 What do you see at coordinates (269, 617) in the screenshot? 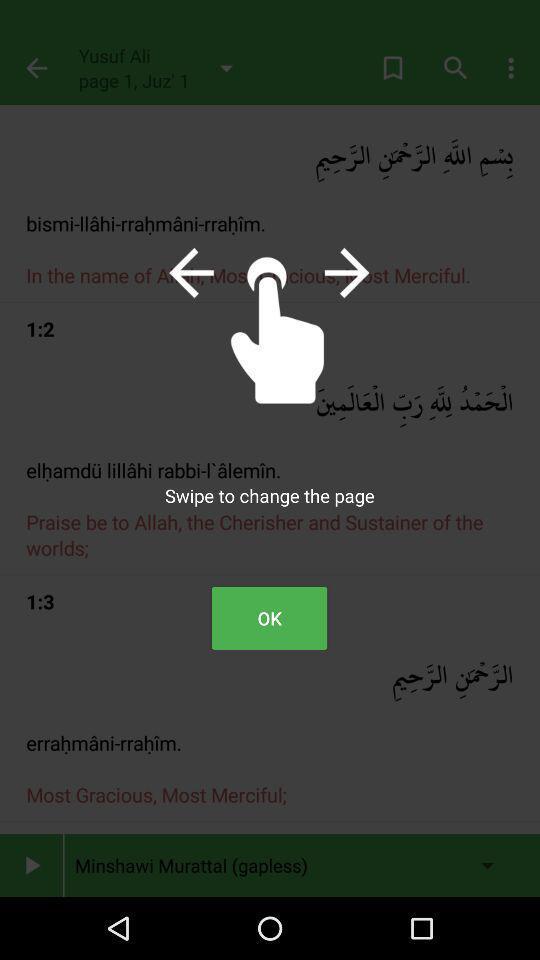
I see `the icon below the swipe to change` at bounding box center [269, 617].